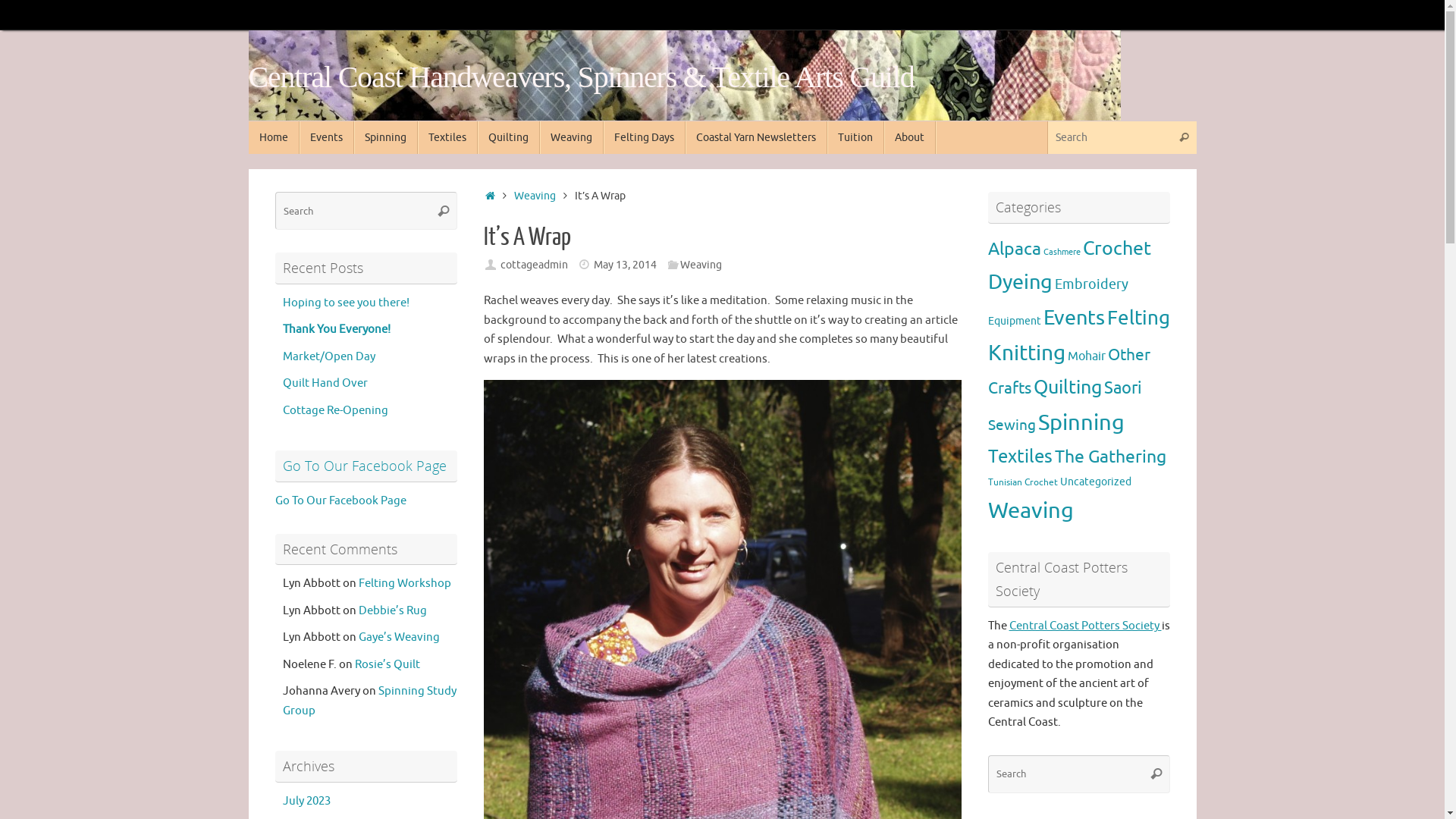  Describe the element at coordinates (1086, 356) in the screenshot. I see `'Mohair'` at that location.